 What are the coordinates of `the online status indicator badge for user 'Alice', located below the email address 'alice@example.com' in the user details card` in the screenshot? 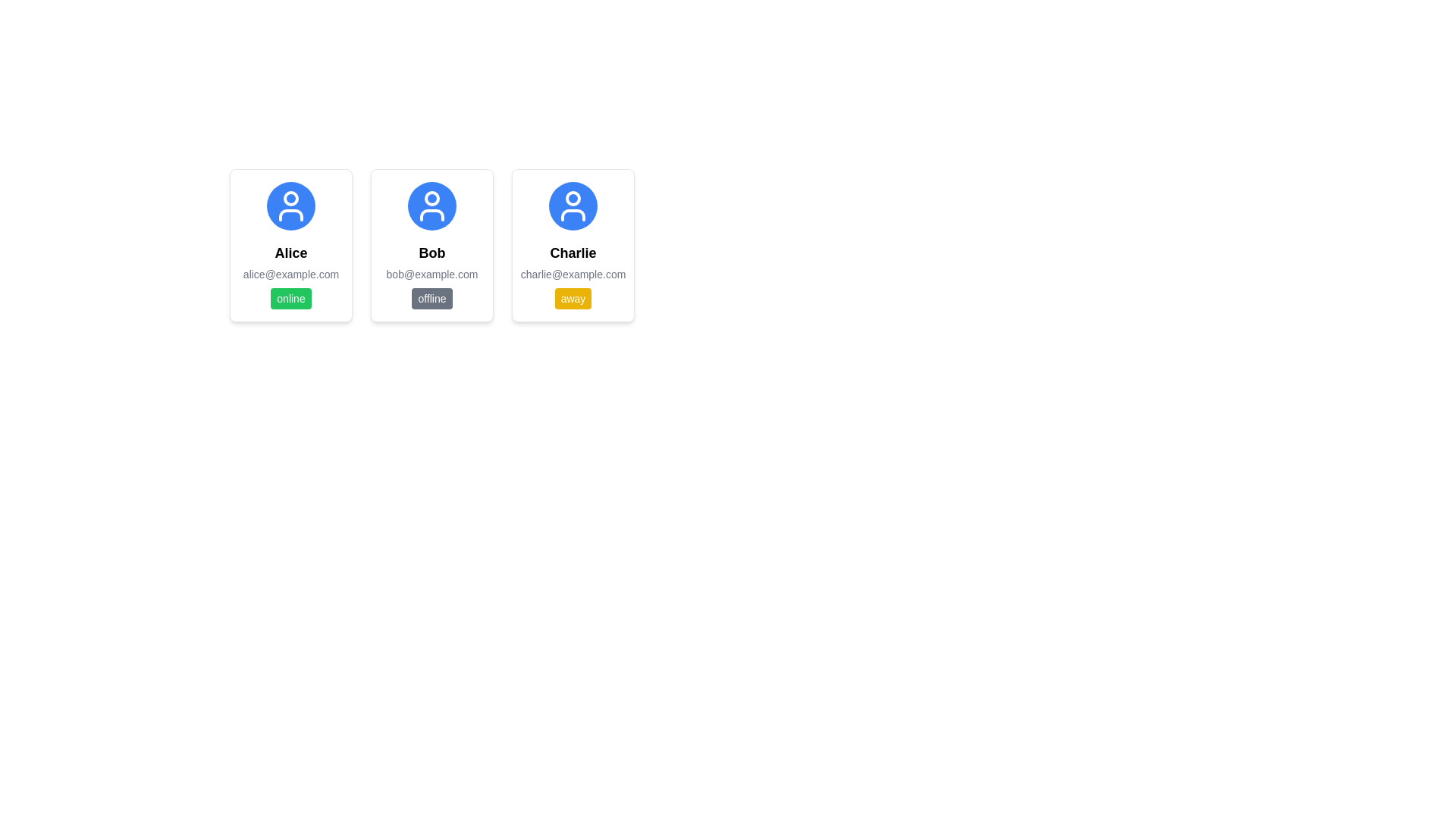 It's located at (291, 298).